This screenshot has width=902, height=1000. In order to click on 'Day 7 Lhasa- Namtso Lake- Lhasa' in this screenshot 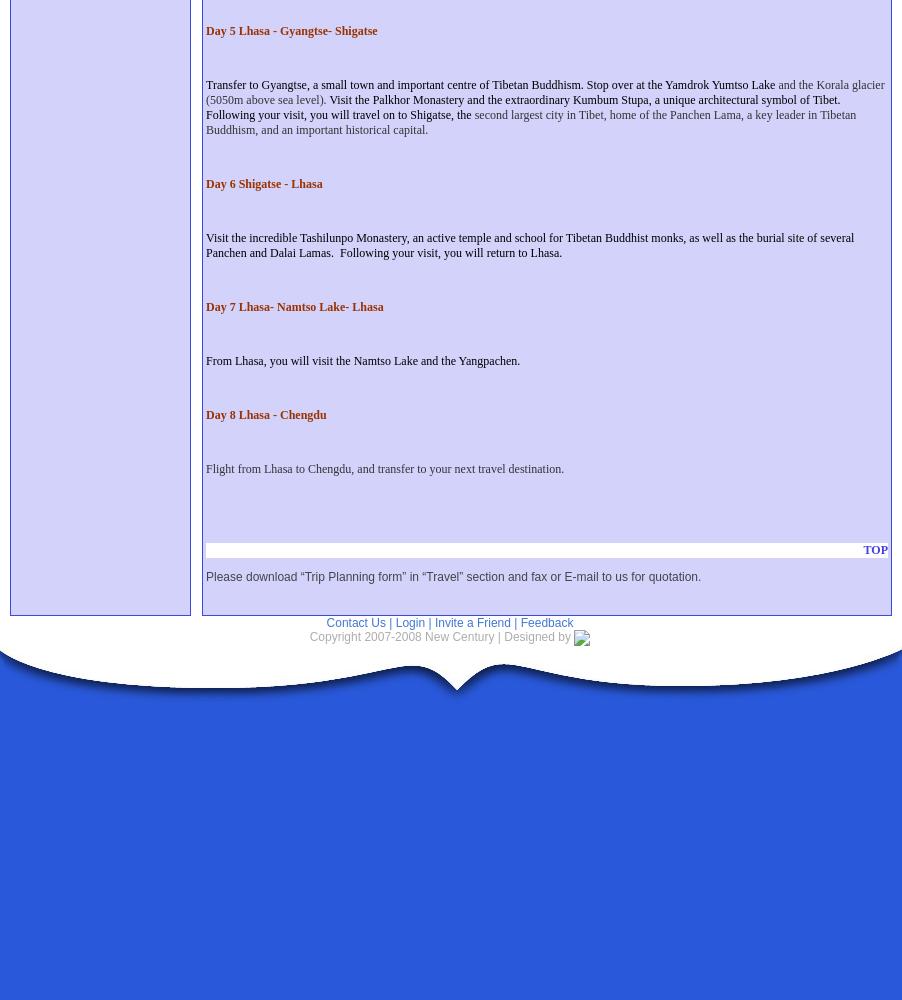, I will do `click(294, 307)`.